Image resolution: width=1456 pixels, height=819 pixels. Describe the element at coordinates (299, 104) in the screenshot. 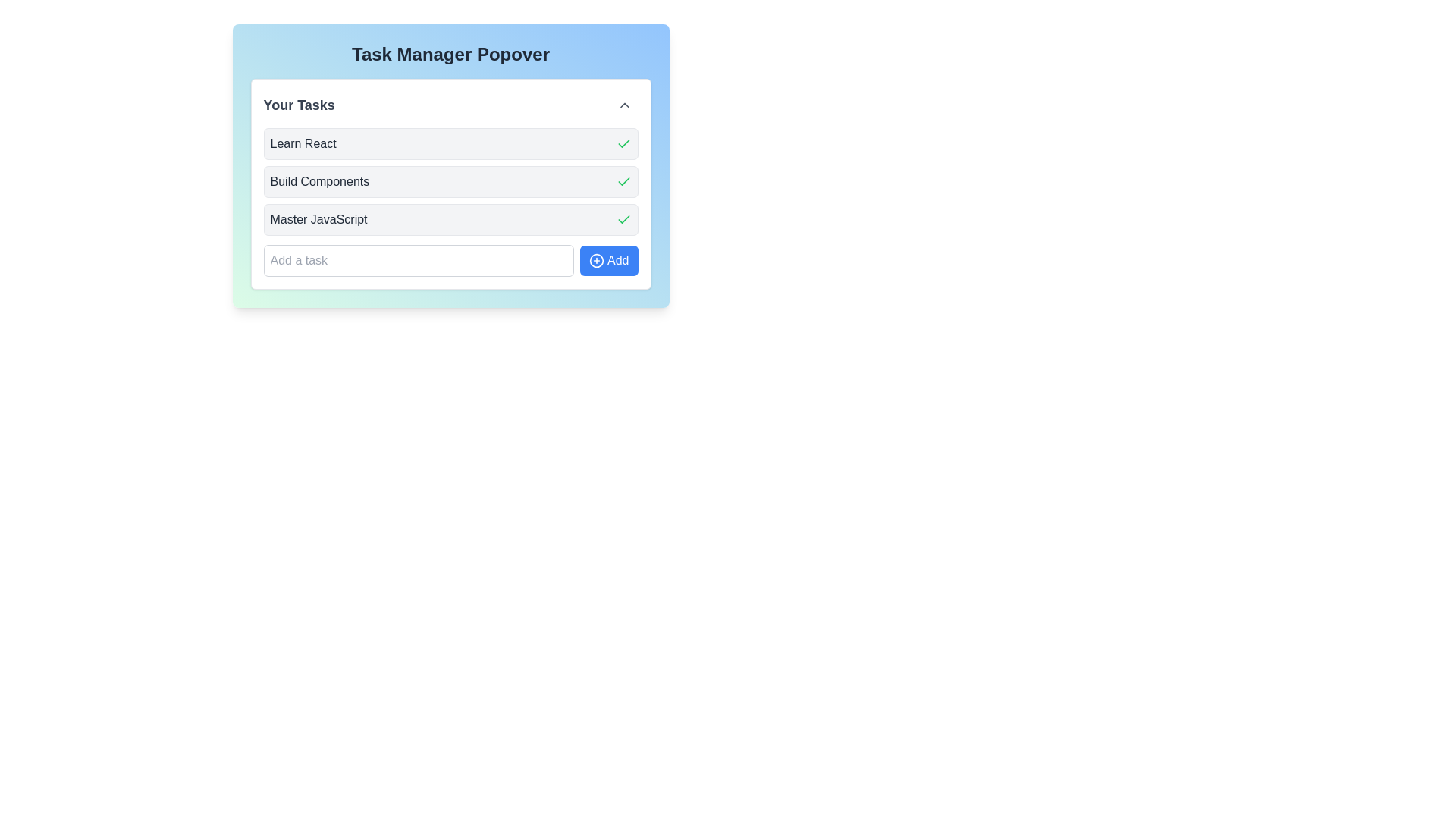

I see `the descriptive heading text label in the Task Manager Popover, which is positioned in the top-left corner of the white content area` at that location.